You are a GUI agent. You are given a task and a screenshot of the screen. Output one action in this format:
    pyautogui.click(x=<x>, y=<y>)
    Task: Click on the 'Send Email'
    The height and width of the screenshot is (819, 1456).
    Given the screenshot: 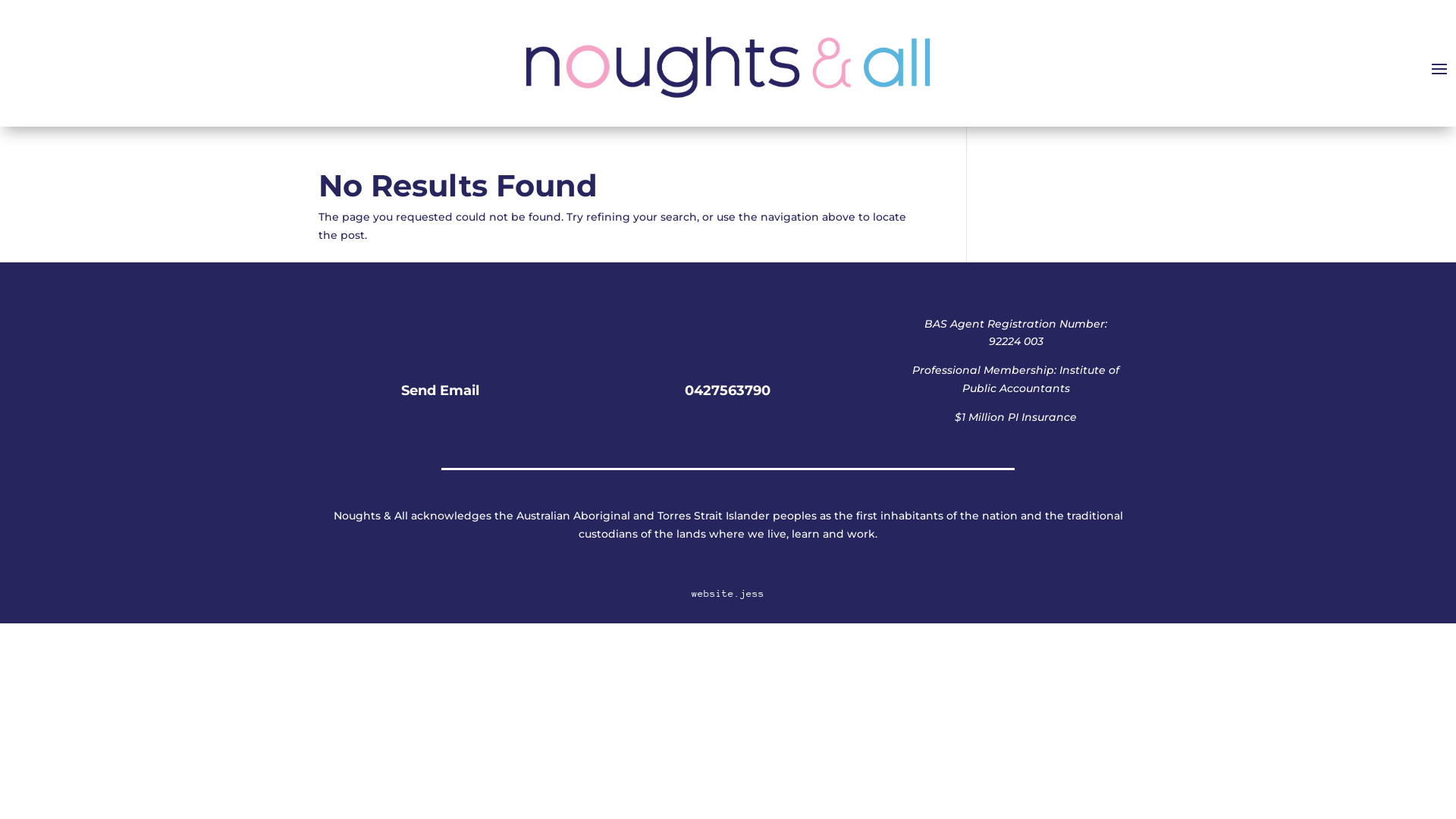 What is the action you would take?
    pyautogui.click(x=439, y=390)
    